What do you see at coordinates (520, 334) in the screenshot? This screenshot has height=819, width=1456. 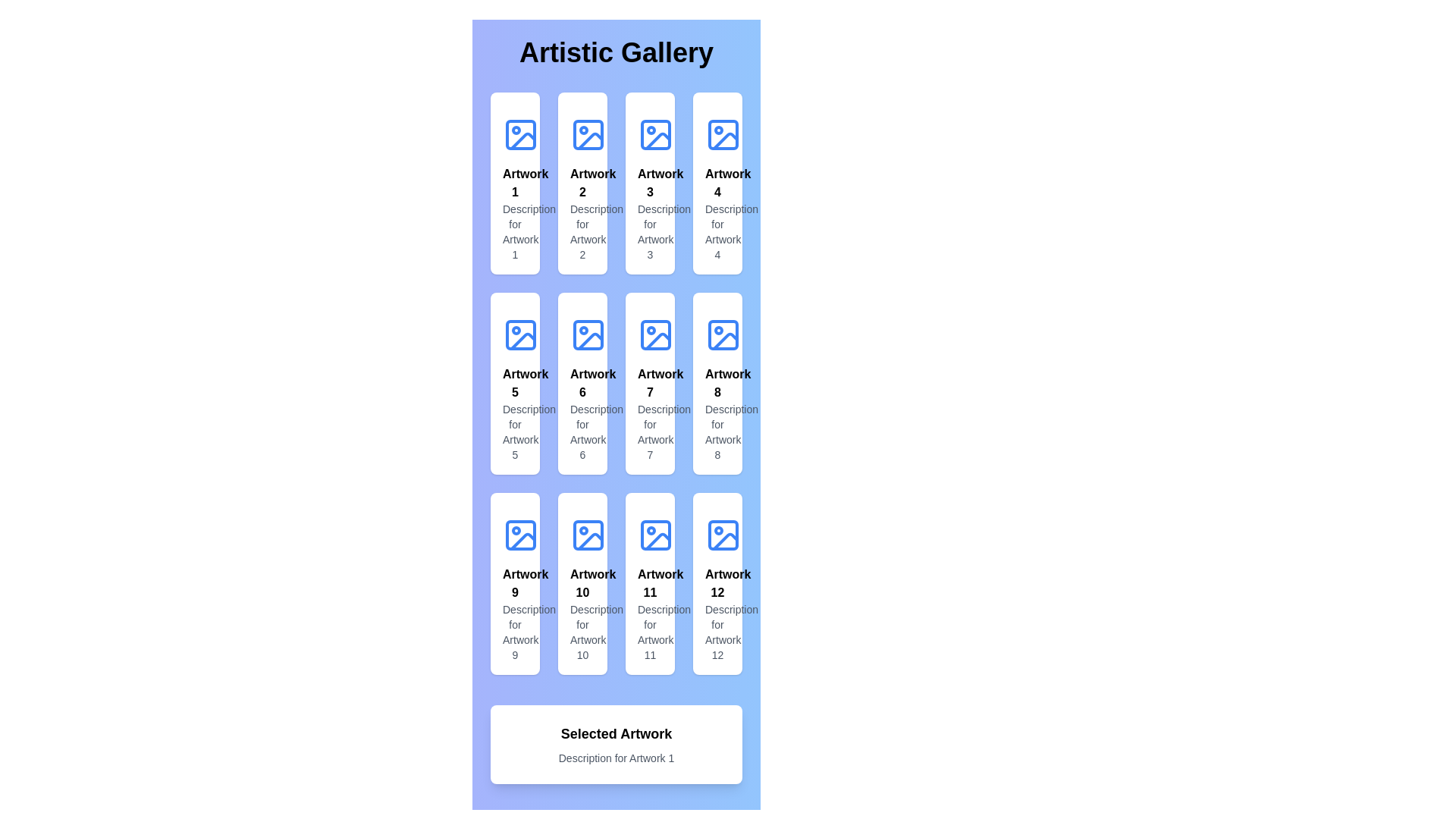 I see `the icon in the fifth slot of the grid under 'Artistic Gallery' labeled 'Artwork 5'` at bounding box center [520, 334].